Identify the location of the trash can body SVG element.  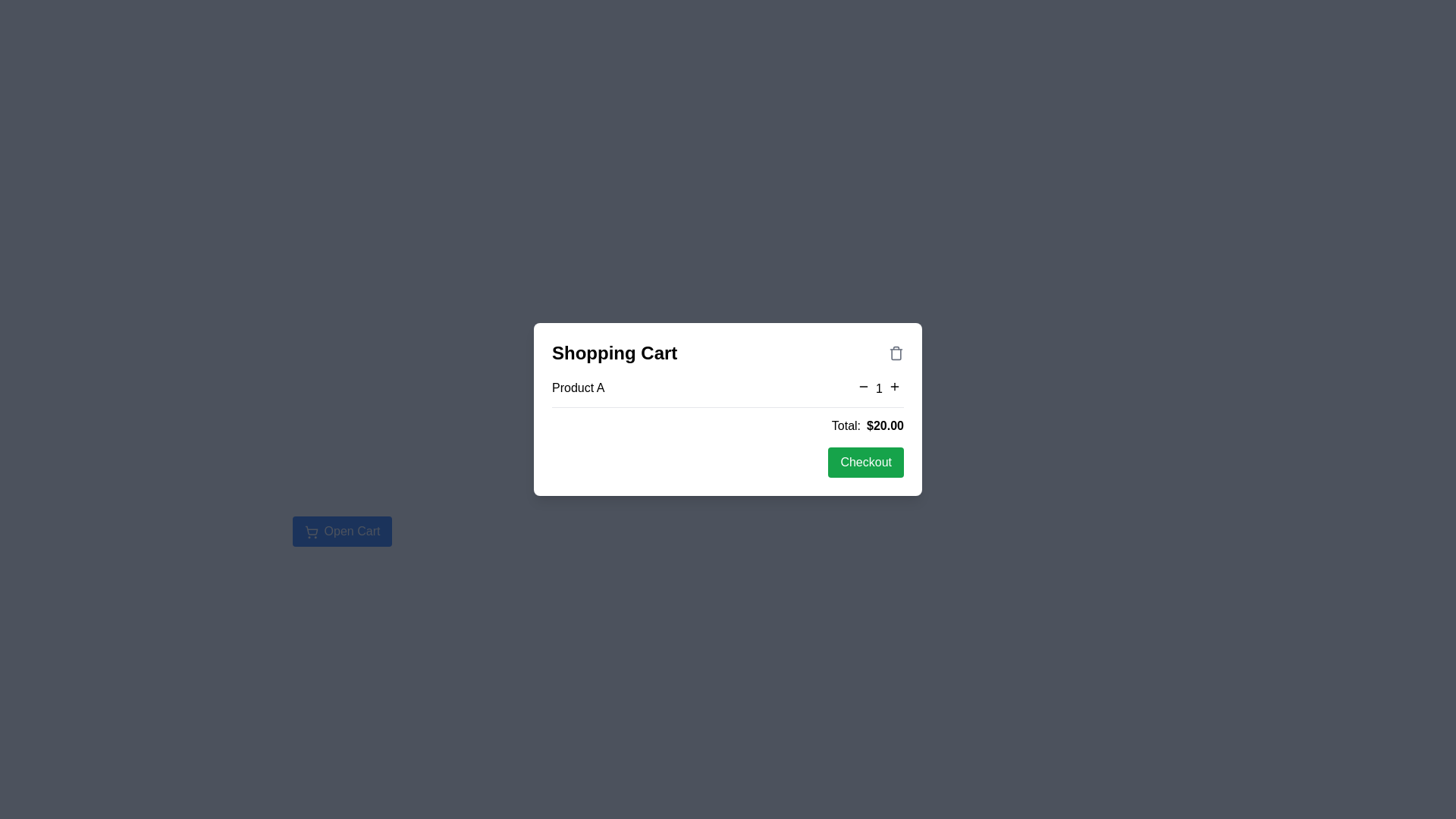
(896, 353).